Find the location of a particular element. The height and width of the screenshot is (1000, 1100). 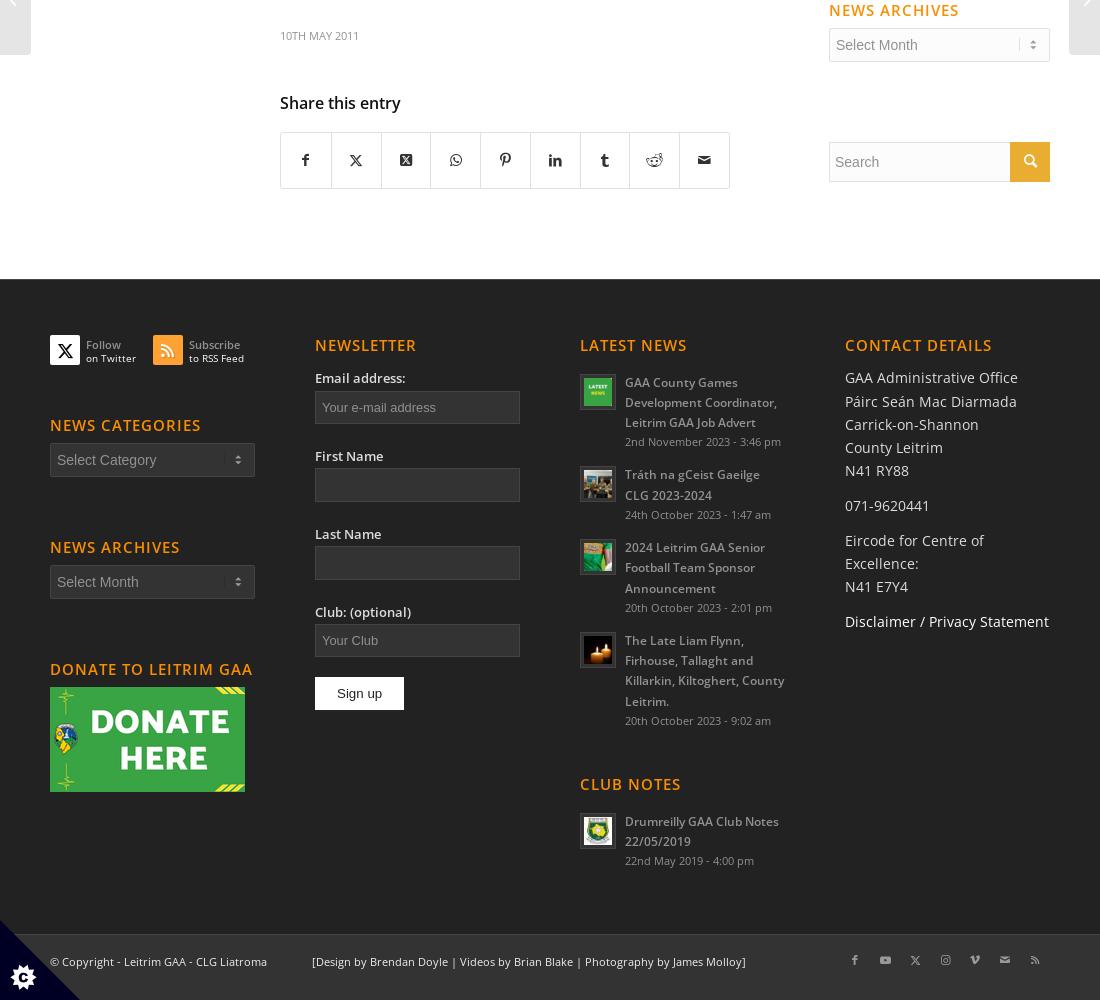

'10th May 2011' is located at coordinates (318, 34).